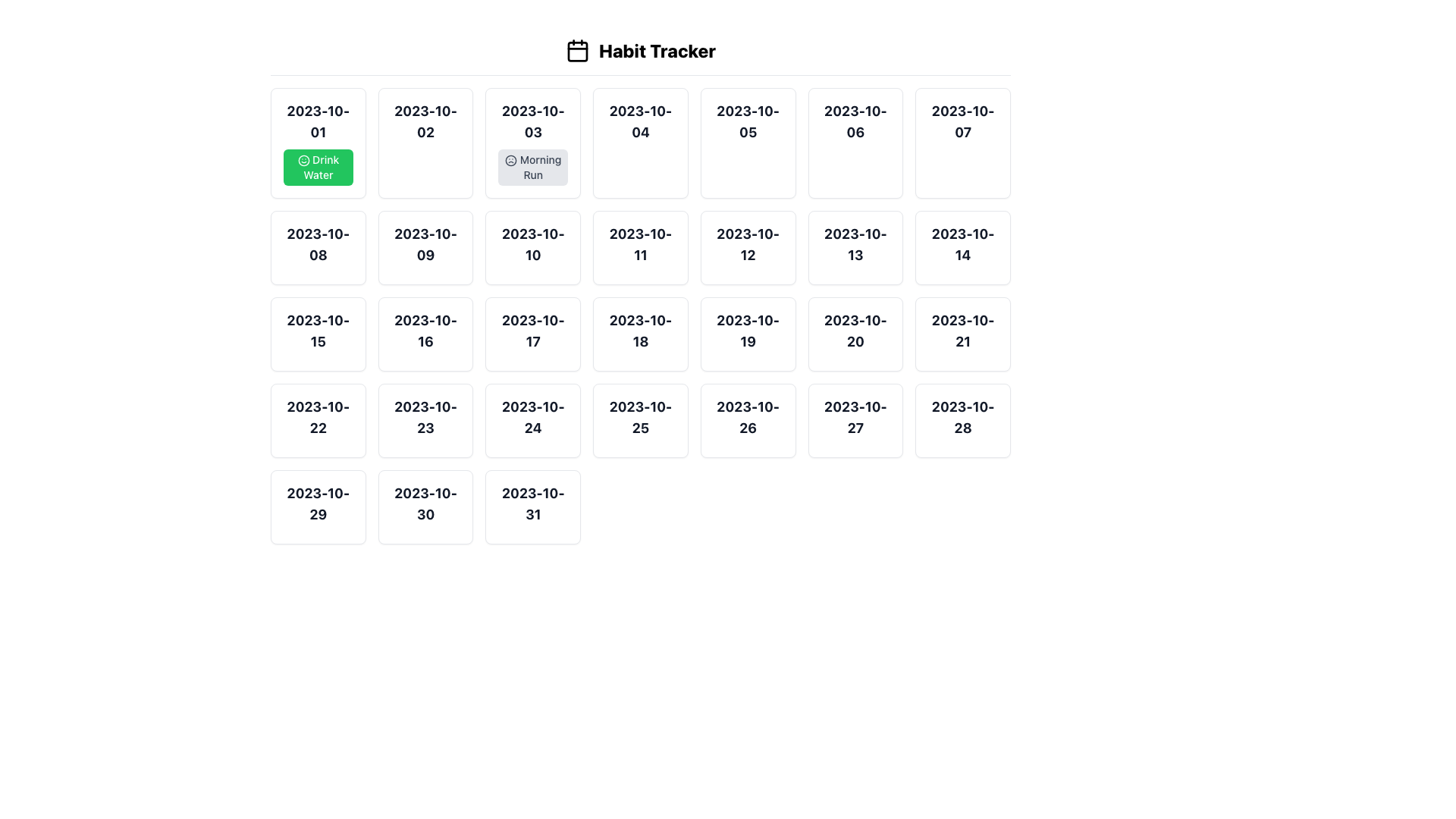 This screenshot has height=819, width=1456. I want to click on date text displayed in the habit tracker interface, which is positioned second in a grid layout of dates, specifically located between '2023-10-15' and '2023-10-29', so click(317, 418).